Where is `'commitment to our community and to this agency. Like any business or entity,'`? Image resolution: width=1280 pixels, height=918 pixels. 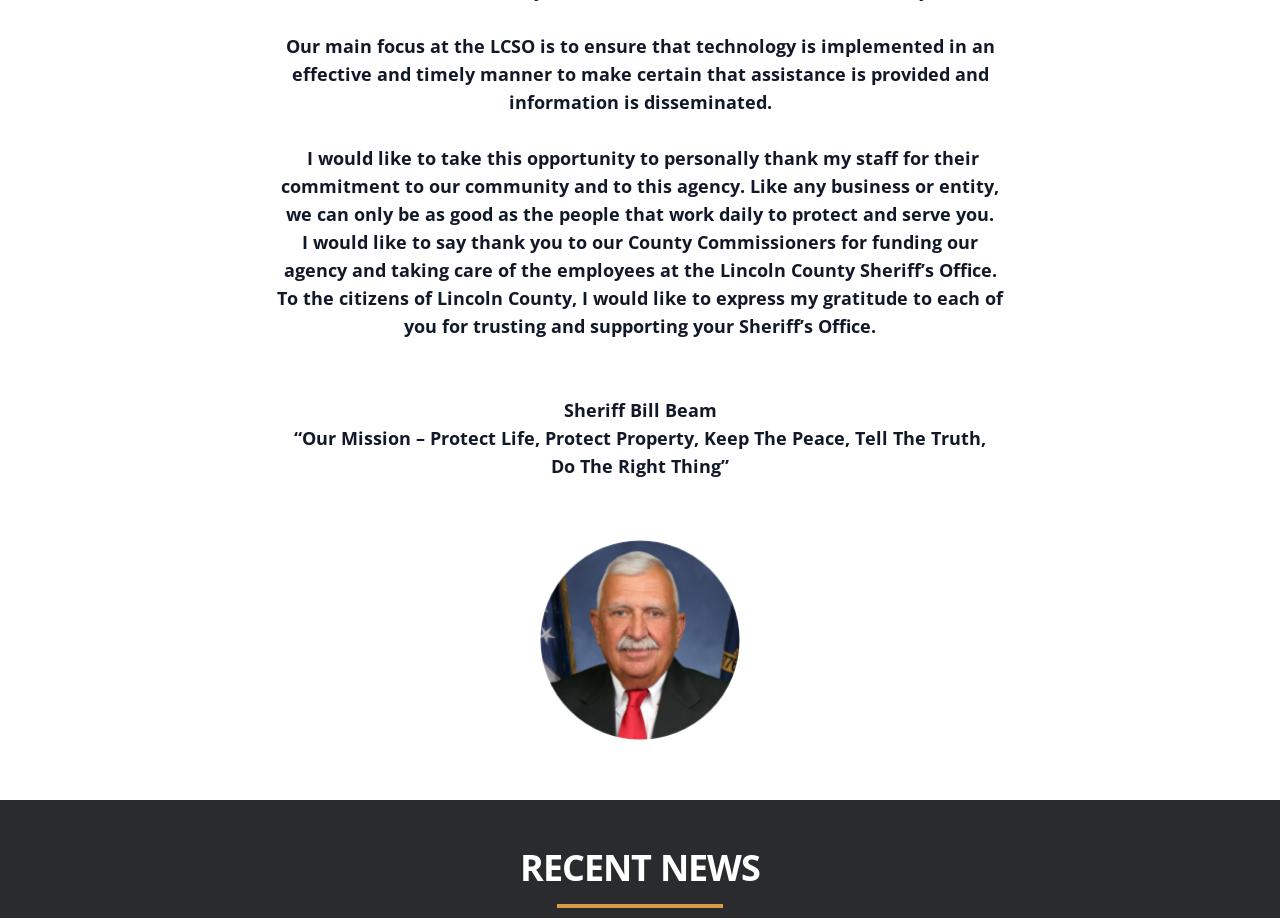
'commitment to our community and to this agency. Like any business or entity,' is located at coordinates (640, 184).